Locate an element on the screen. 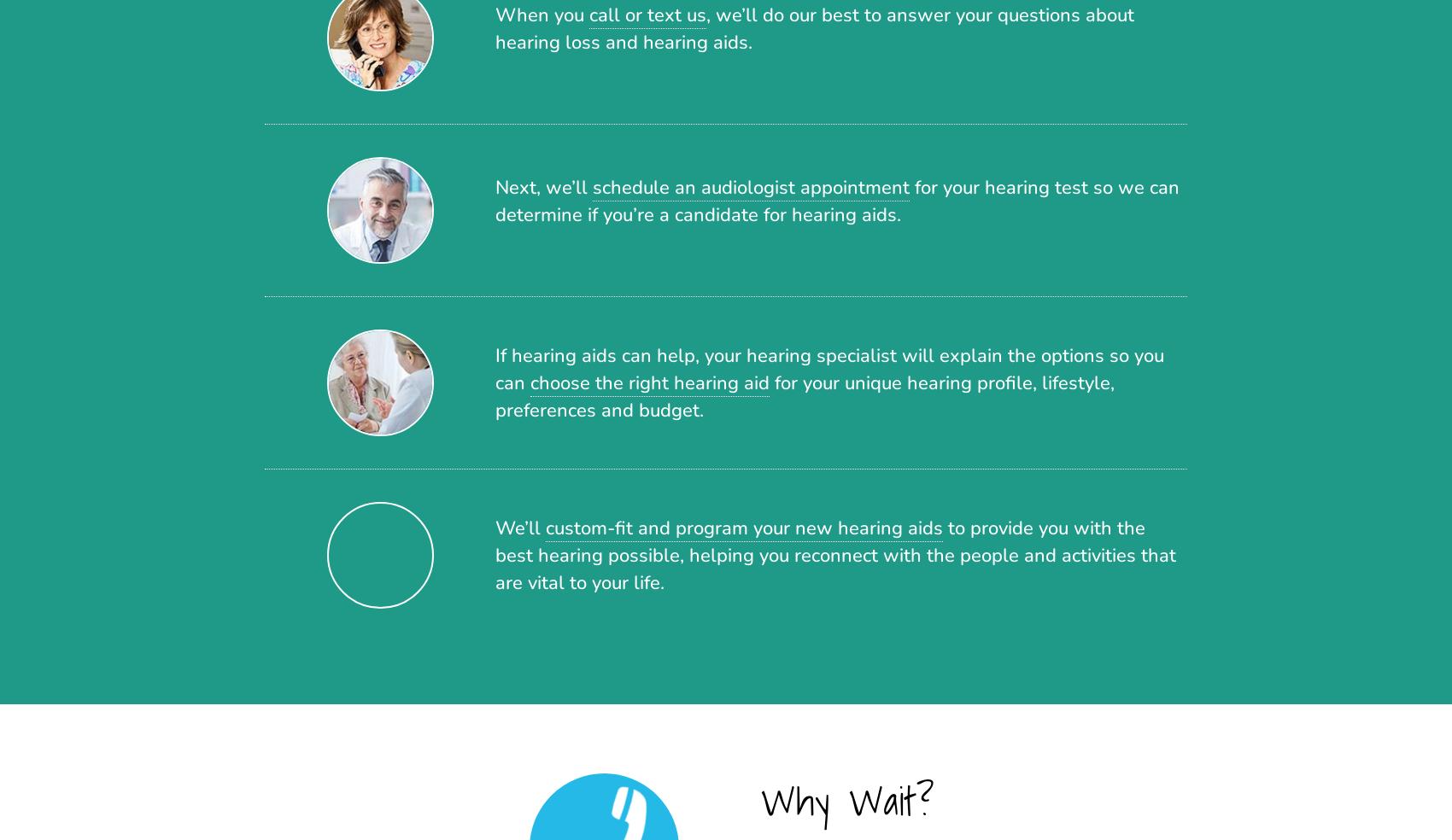 The width and height of the screenshot is (1452, 840). 'choose the right hearing aid' is located at coordinates (648, 382).